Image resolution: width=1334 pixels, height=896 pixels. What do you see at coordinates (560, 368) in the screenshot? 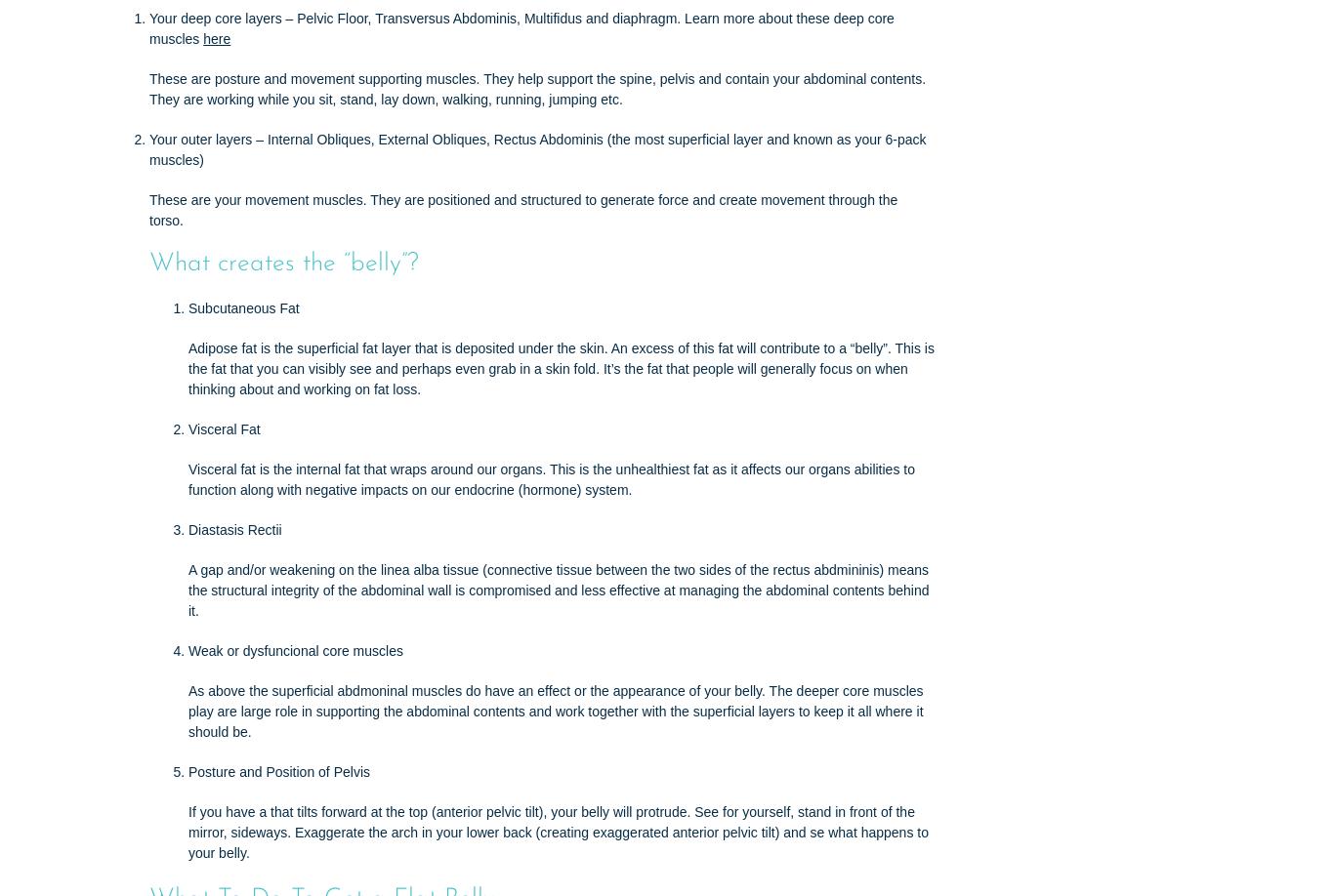
I see `'Adipose fat is the superficial fat layer that is deposited under the skin. An excess of this fat will contribute to a “belly”. This is the fat that you can visibly see and perhaps even grab in a skin fold. It’s the fat that people will generally focus on when thinking about and working on fat loss.'` at bounding box center [560, 368].